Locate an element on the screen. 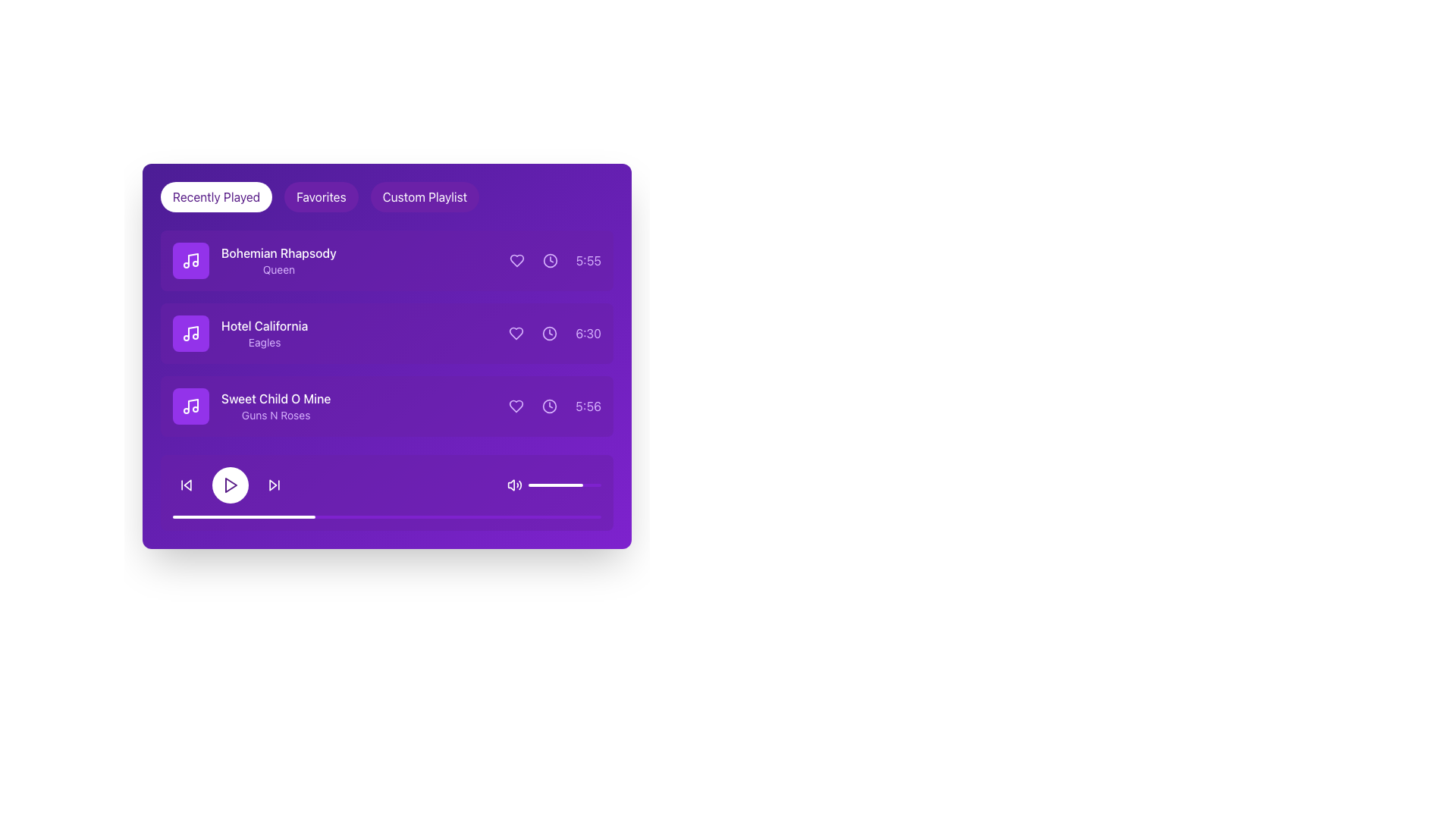 This screenshot has height=819, width=1456. the visual changes of the unfilled portion of the progress bar segment located in the lower-right portion of the interface, framed by audio controls is located at coordinates (555, 485).